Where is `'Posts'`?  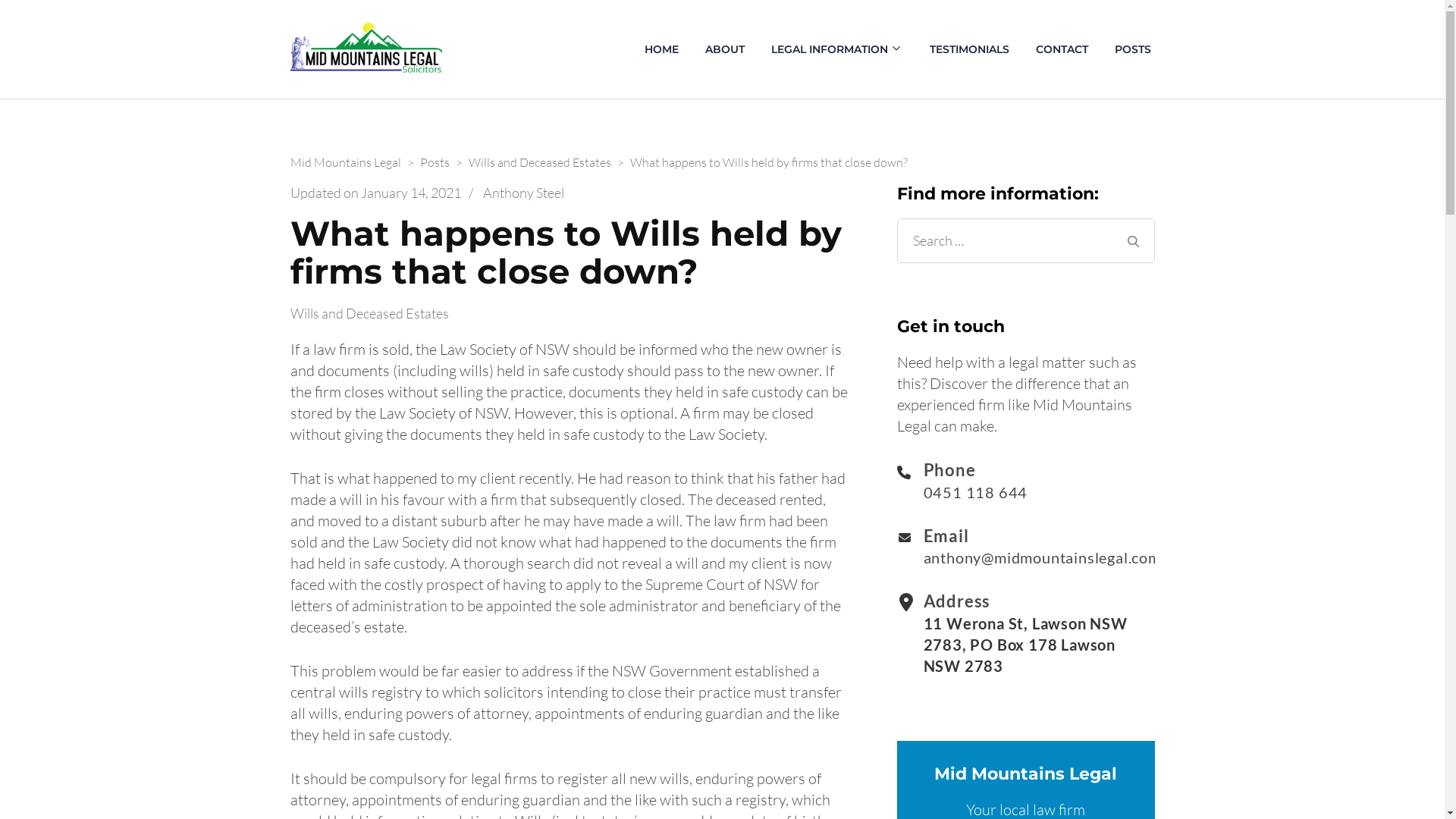 'Posts' is located at coordinates (434, 162).